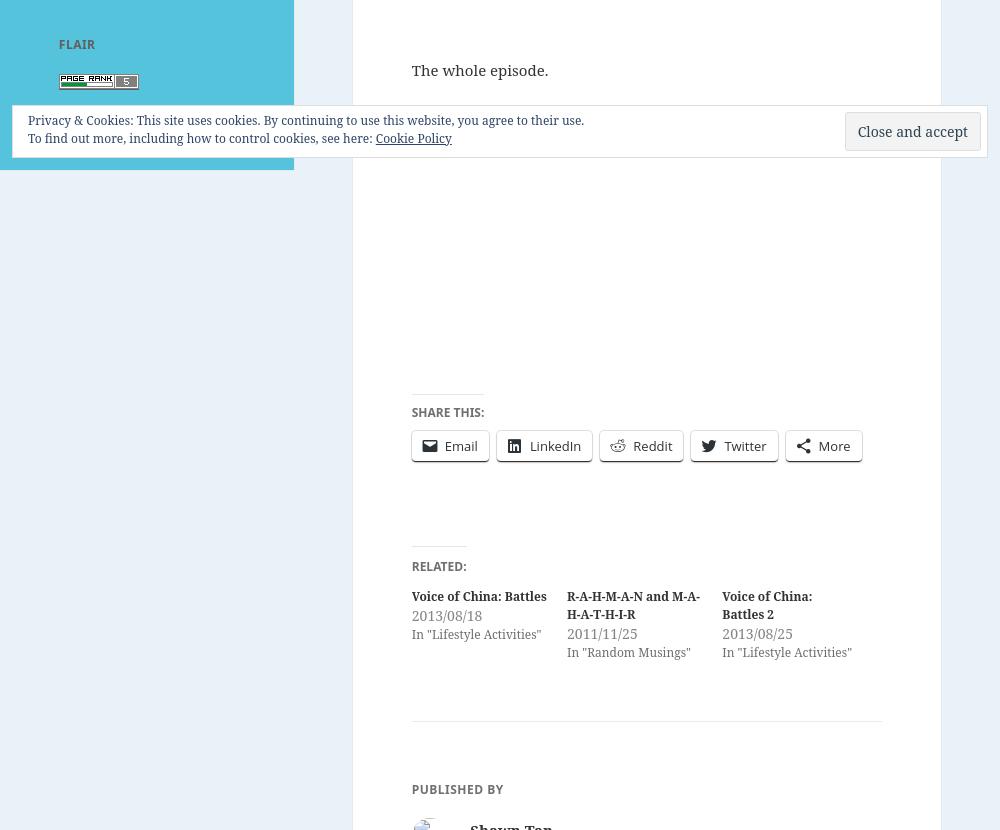  I want to click on 'More', so click(817, 445).